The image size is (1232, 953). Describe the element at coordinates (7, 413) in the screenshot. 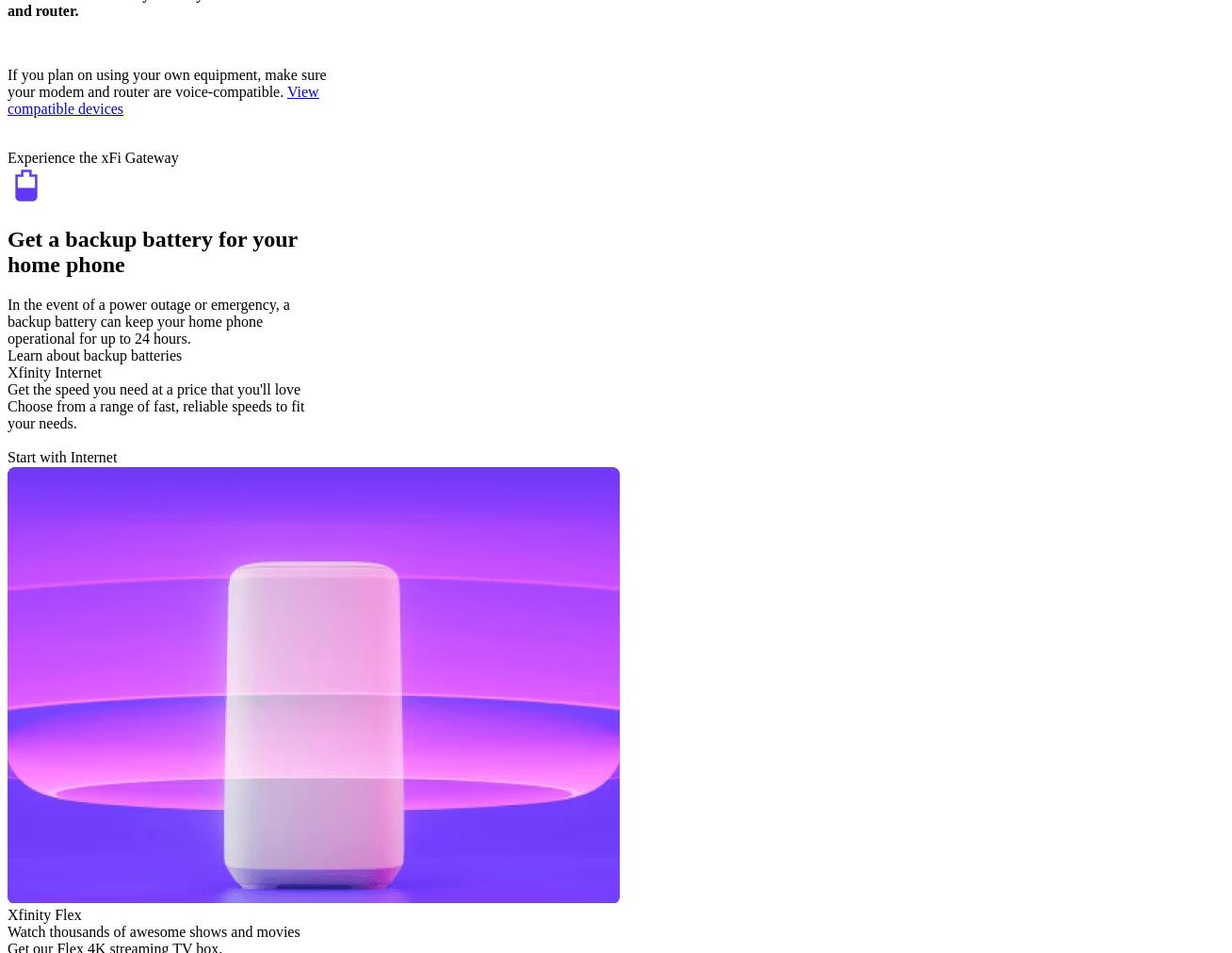

I see `'Choose from a range of fast, reliable speeds to fit your needs.'` at that location.